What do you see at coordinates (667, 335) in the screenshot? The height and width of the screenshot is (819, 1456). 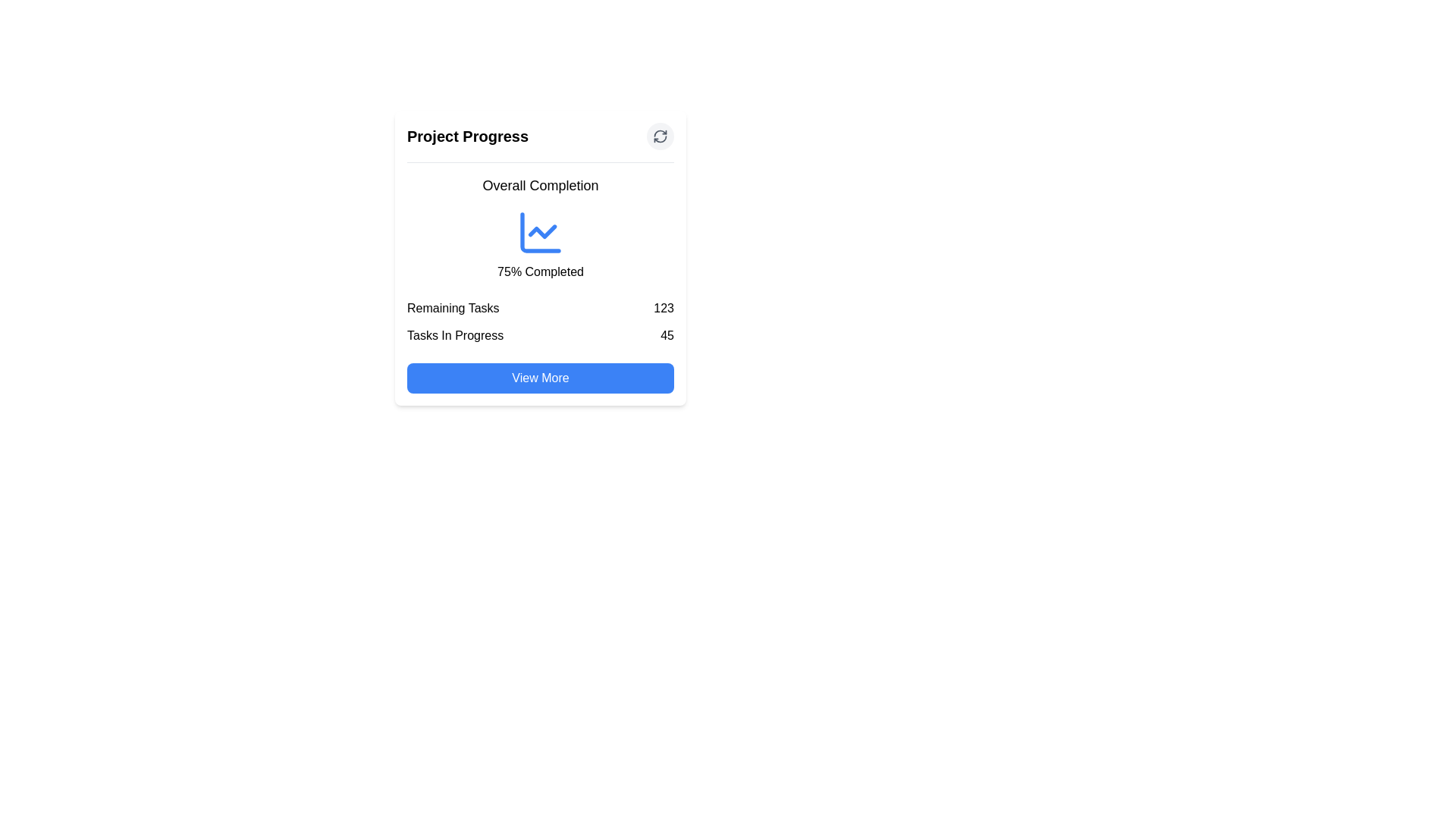 I see `numerical value '45' displayed in the Label/Text indicating the quantity of tasks currently in progress, located in the lower-right section of the 'Project Progress' card, adjacent to 'Tasks In Progress'` at bounding box center [667, 335].